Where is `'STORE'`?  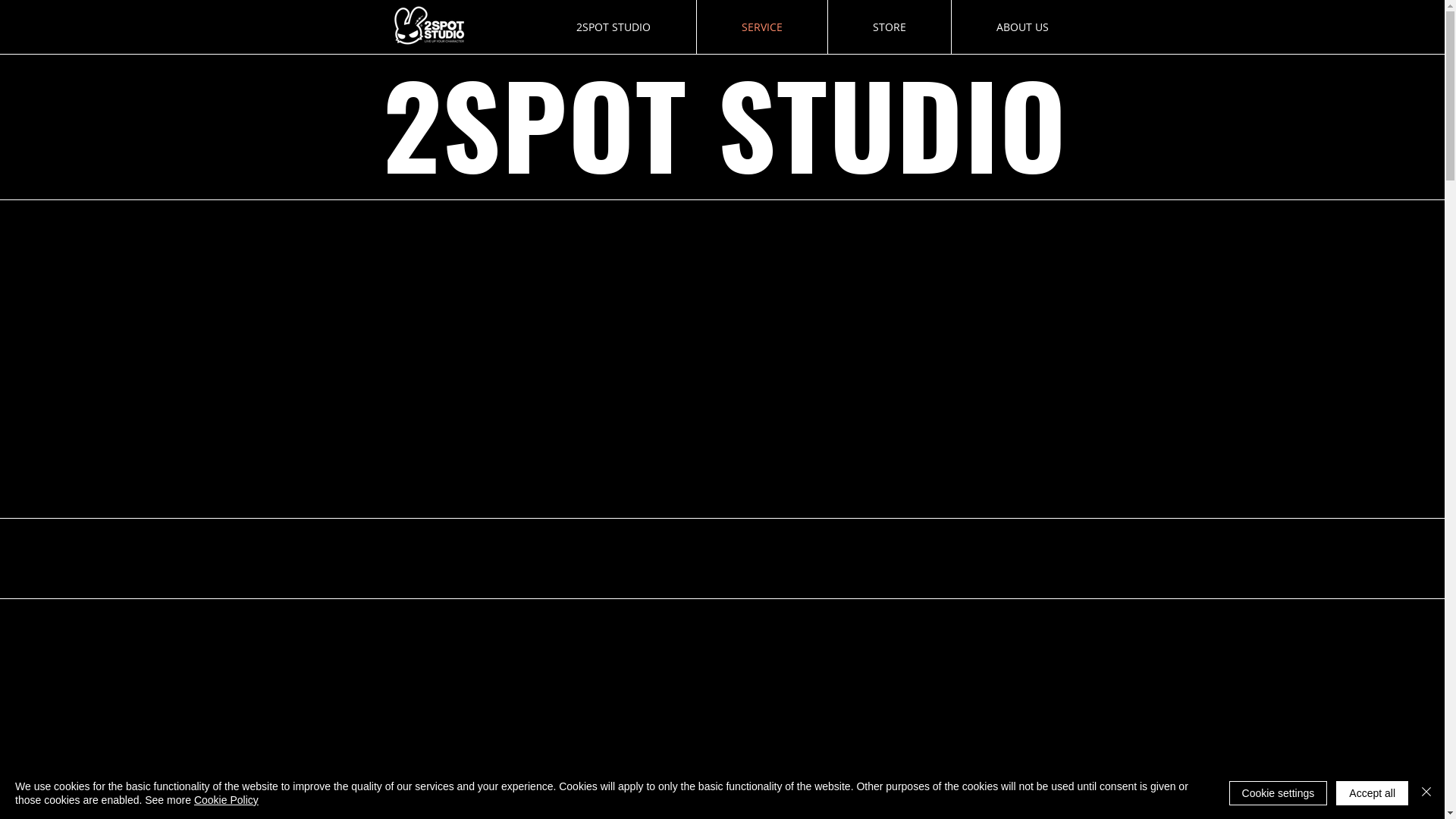
'STORE' is located at coordinates (827, 27).